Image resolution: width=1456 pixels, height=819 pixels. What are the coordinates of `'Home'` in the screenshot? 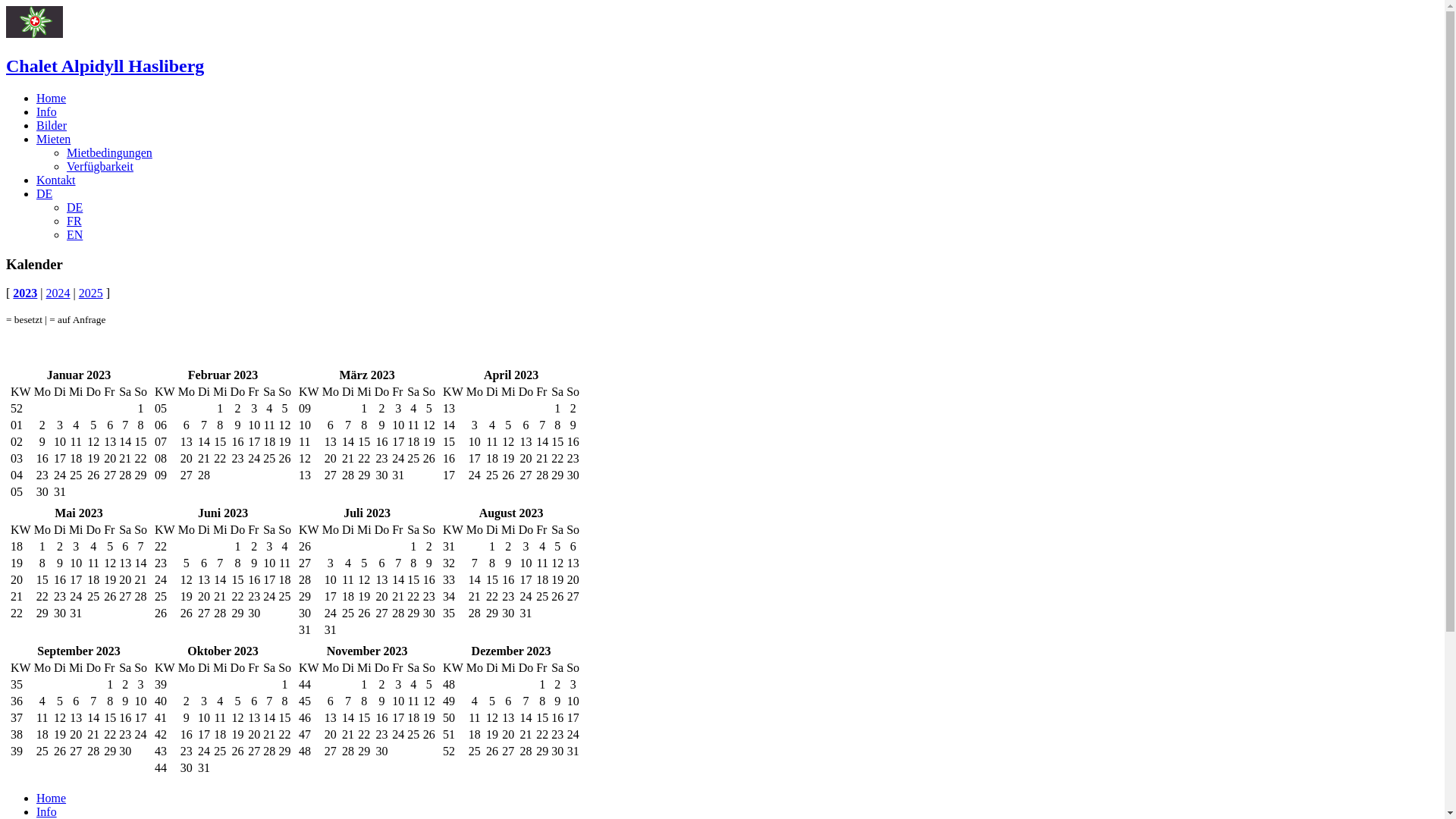 It's located at (51, 797).